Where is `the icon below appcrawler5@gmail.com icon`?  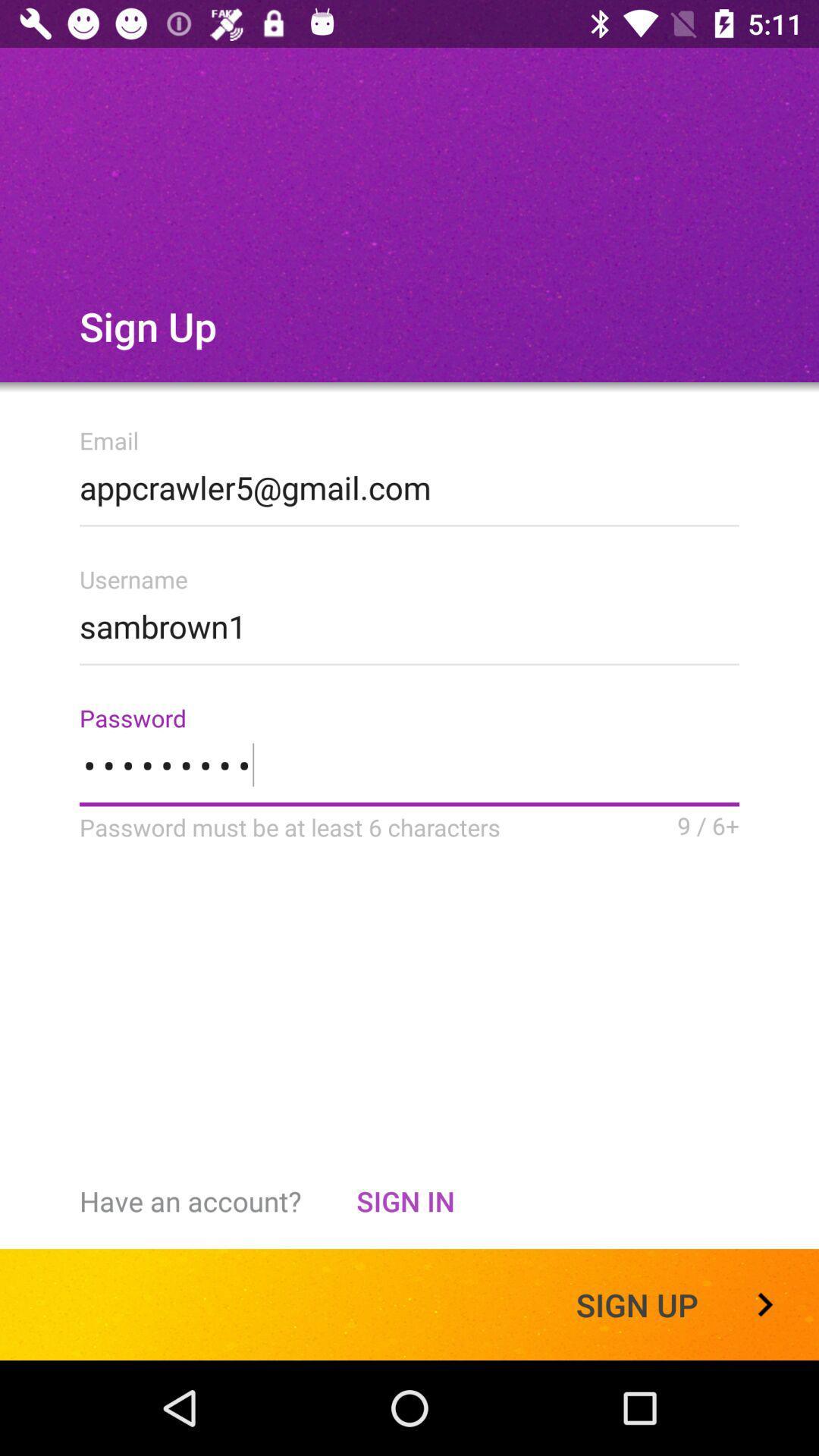 the icon below appcrawler5@gmail.com icon is located at coordinates (409, 622).